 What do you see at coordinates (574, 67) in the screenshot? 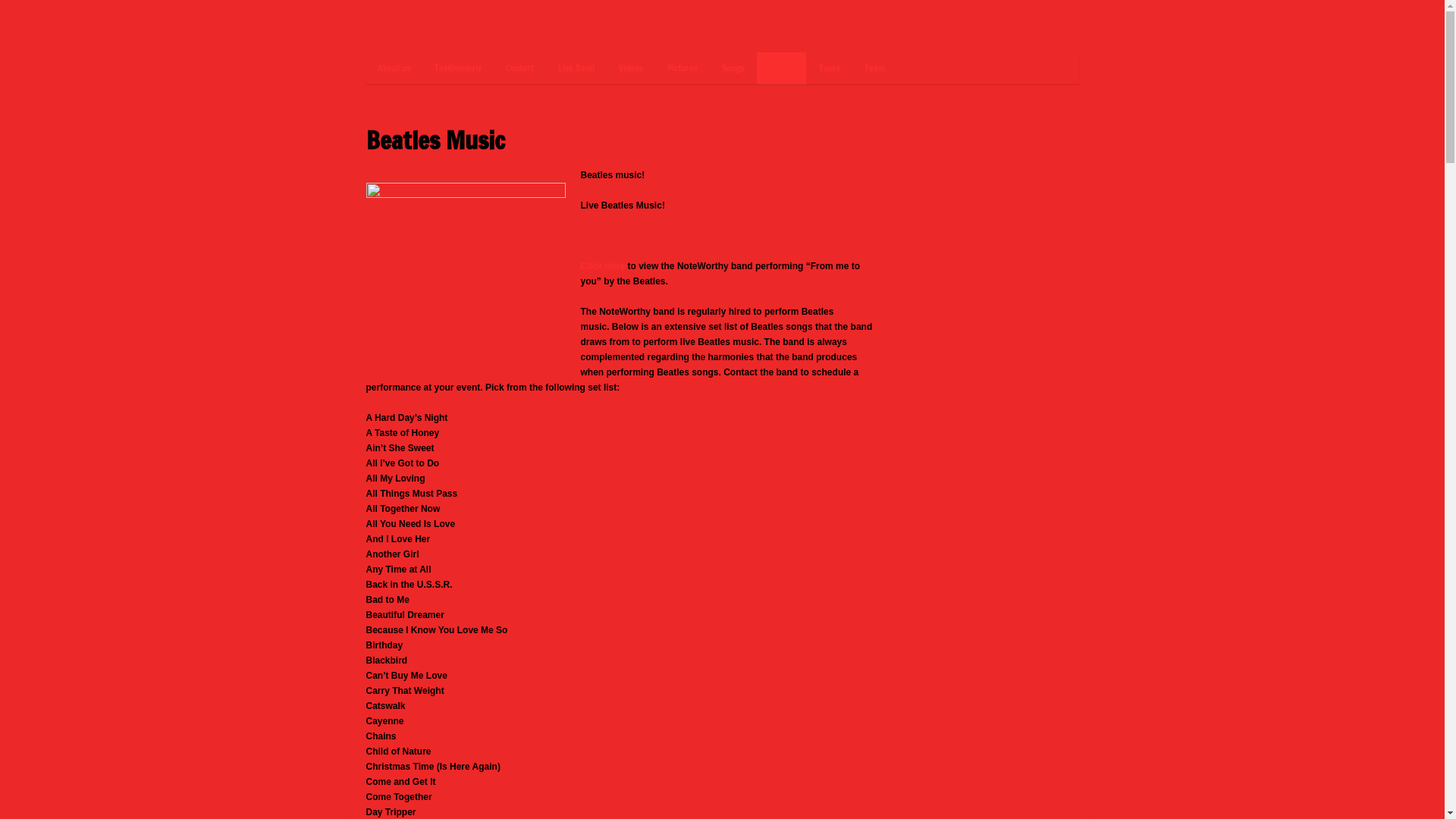
I see `'Live Band'` at bounding box center [574, 67].